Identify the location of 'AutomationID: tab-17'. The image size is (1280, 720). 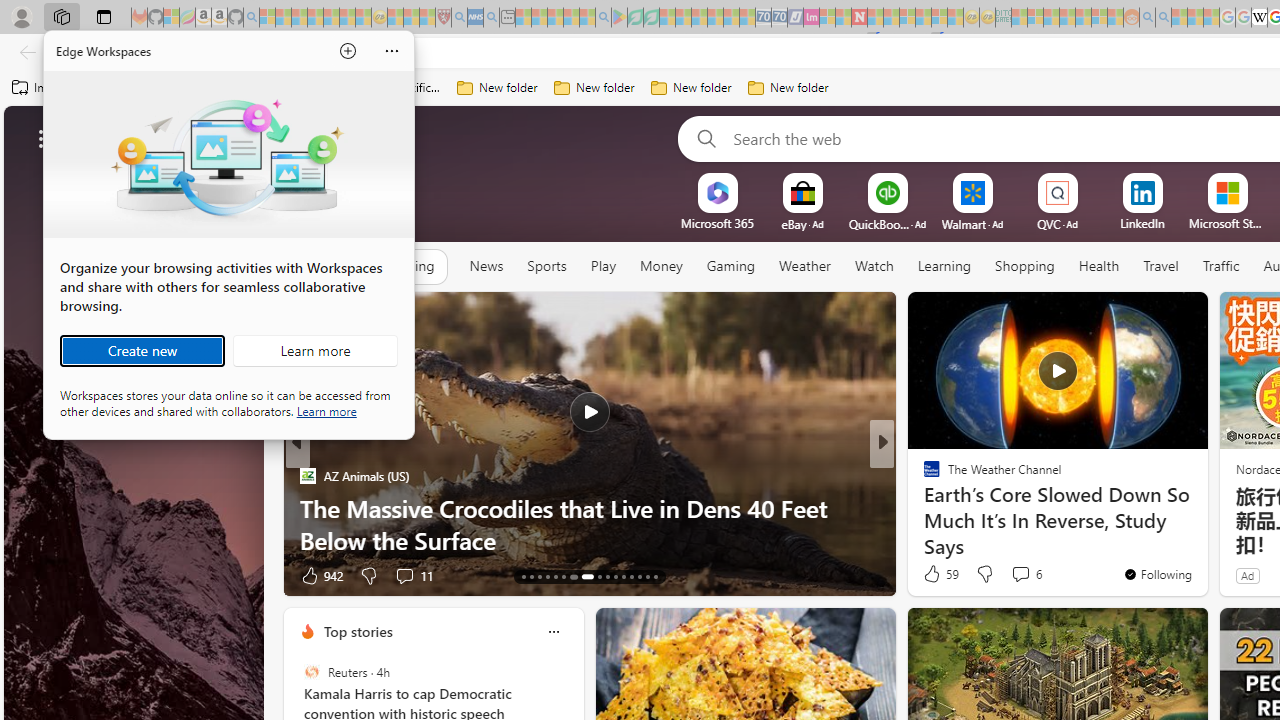
(555, 577).